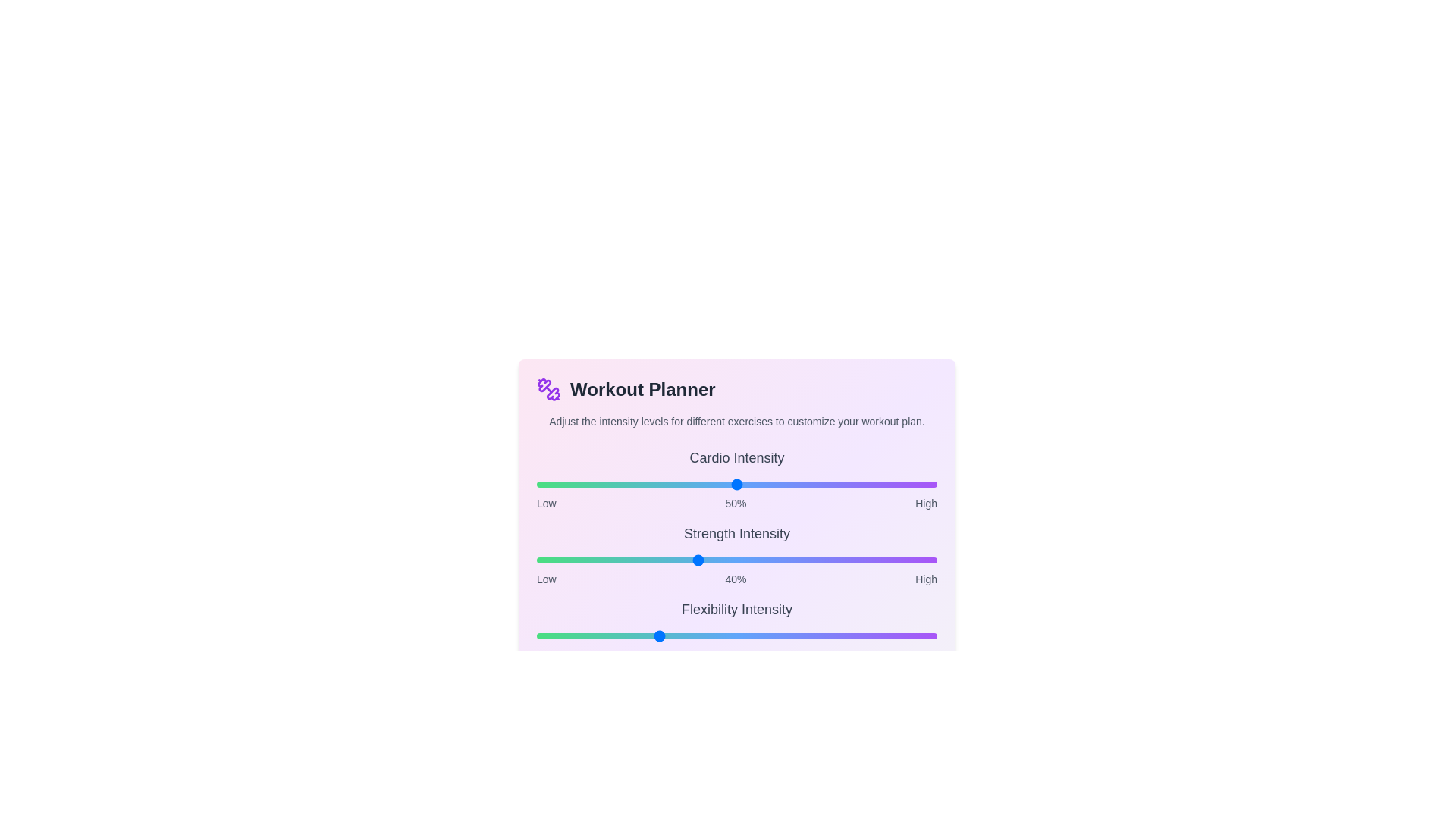  What do you see at coordinates (596, 636) in the screenshot?
I see `the intensity of the 2 slider to 15%` at bounding box center [596, 636].